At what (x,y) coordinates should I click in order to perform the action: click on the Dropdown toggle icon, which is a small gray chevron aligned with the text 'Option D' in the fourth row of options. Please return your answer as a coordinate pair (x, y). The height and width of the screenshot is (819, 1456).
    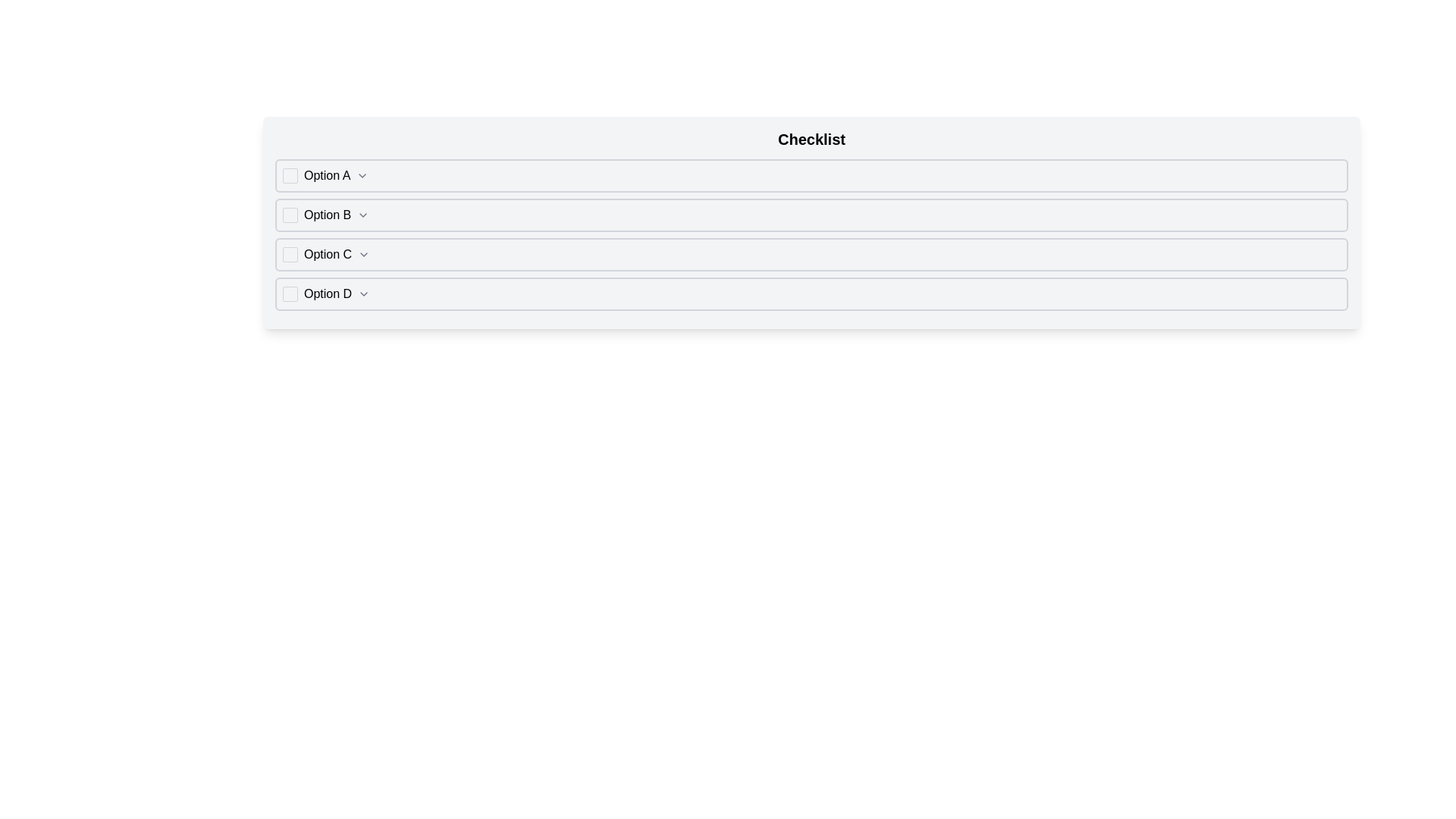
    Looking at the image, I should click on (364, 294).